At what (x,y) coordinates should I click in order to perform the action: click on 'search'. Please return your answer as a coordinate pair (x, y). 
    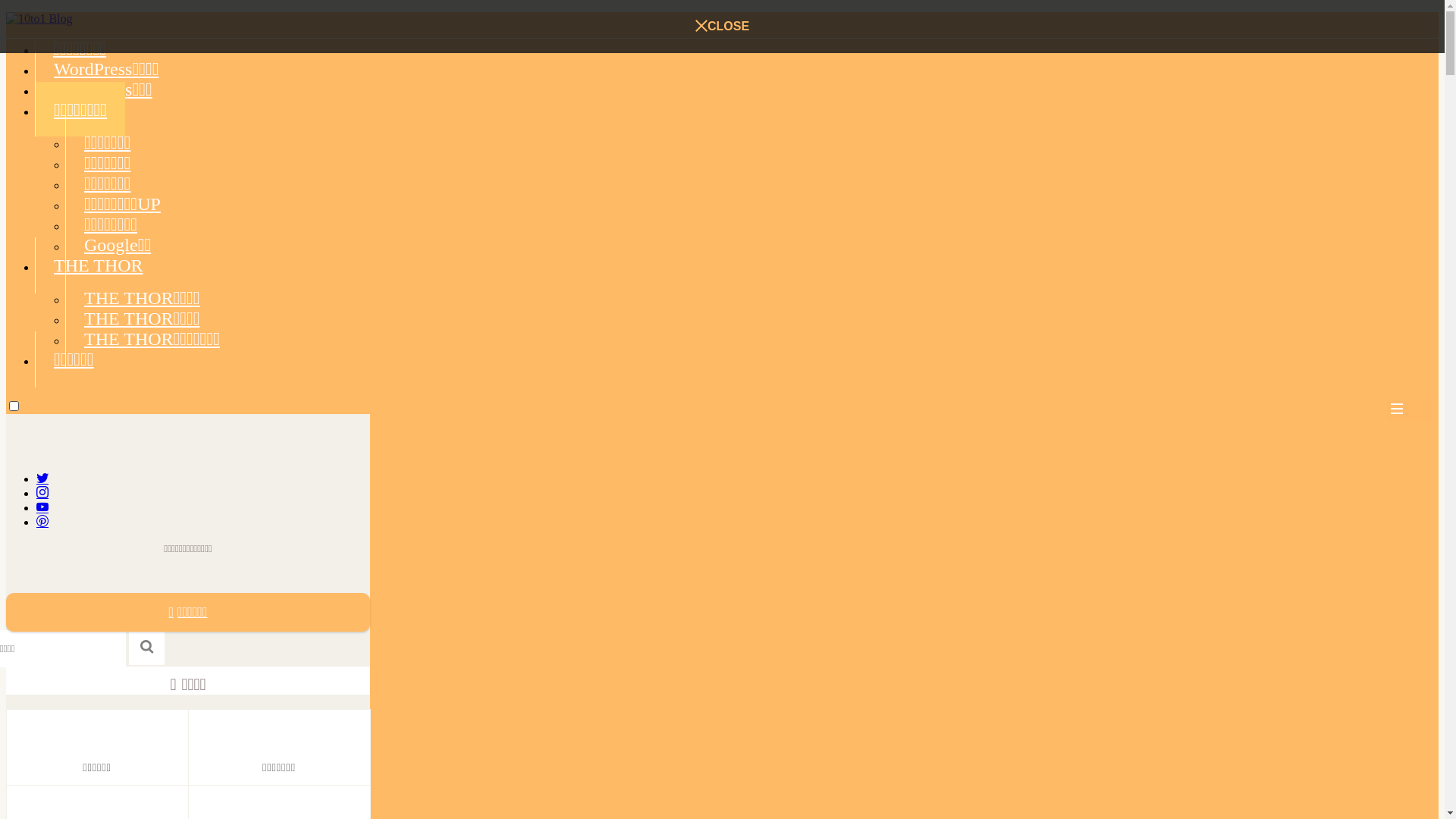
    Looking at the image, I should click on (146, 647).